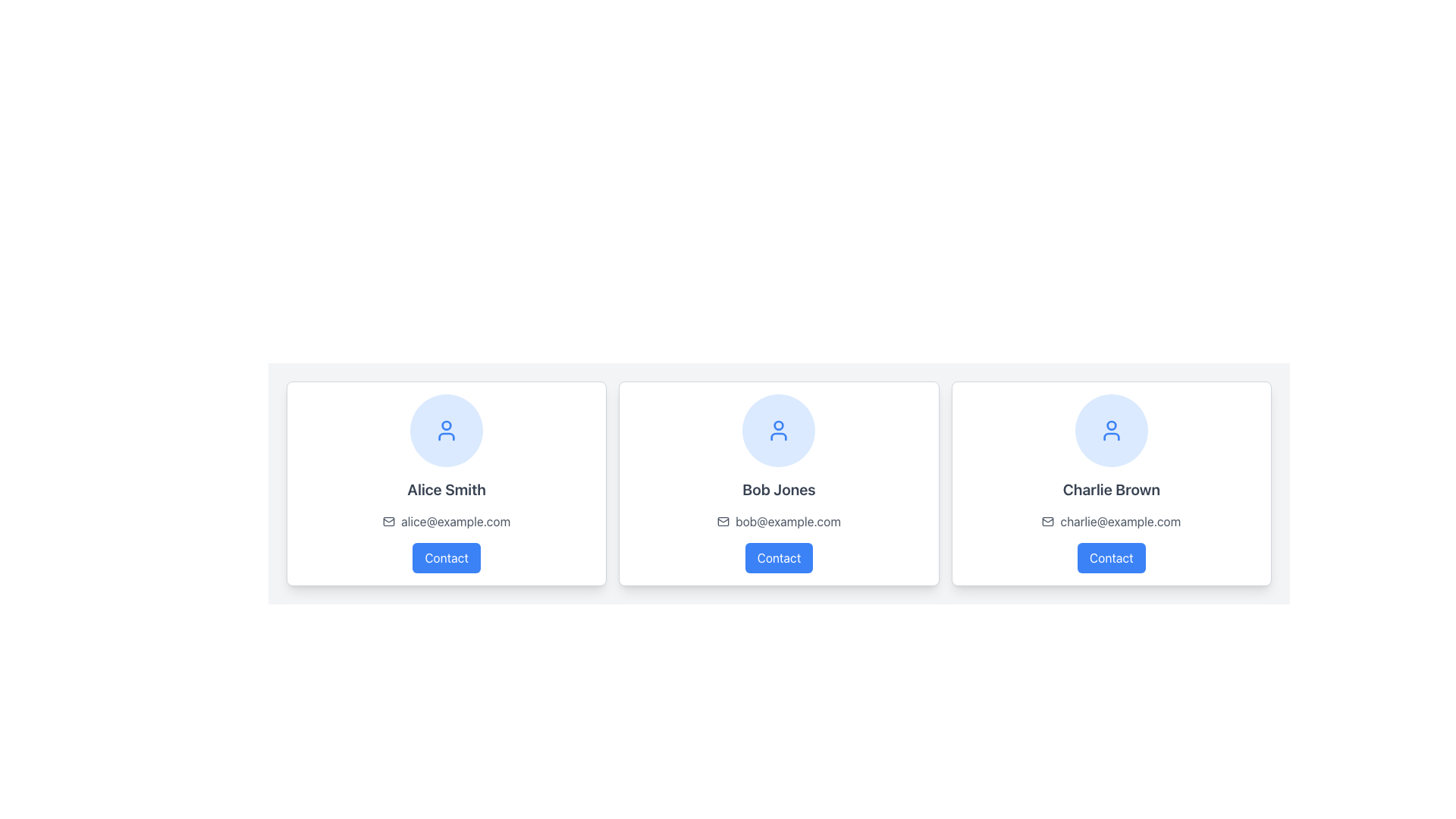 This screenshot has width=1456, height=819. What do you see at coordinates (779, 430) in the screenshot?
I see `the profile icon button located at the top-center of the card labeled 'Bob Jones', which is the middle card in the trio` at bounding box center [779, 430].